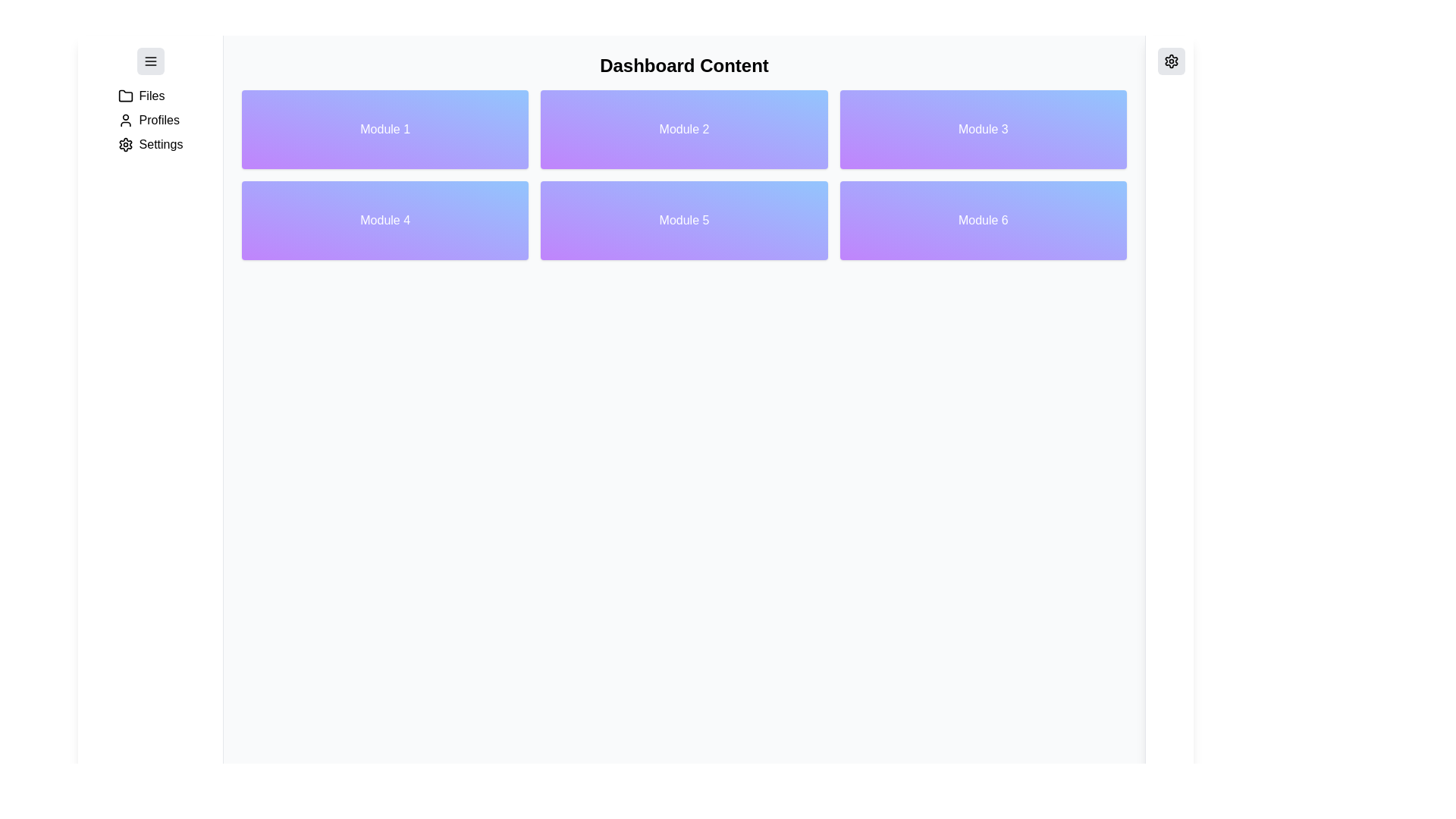 The image size is (1456, 819). I want to click on the first interactive card labeled 'Module 1' located in the top-left corner of the grid, so click(385, 128).